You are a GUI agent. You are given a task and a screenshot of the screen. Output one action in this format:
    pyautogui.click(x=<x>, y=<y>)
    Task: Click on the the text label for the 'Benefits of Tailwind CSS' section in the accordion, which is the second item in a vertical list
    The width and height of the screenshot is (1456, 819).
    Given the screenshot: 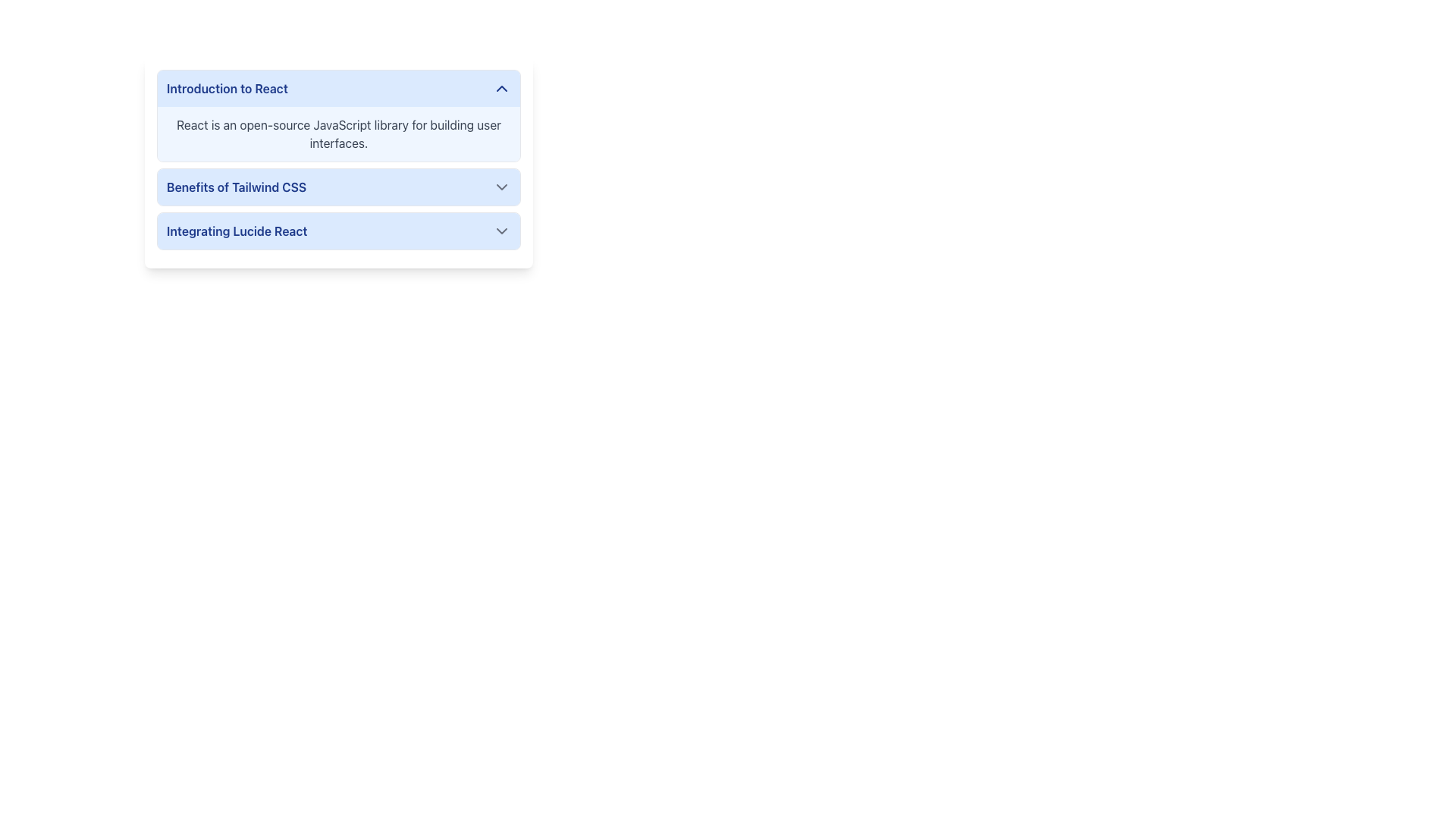 What is the action you would take?
    pyautogui.click(x=236, y=186)
    